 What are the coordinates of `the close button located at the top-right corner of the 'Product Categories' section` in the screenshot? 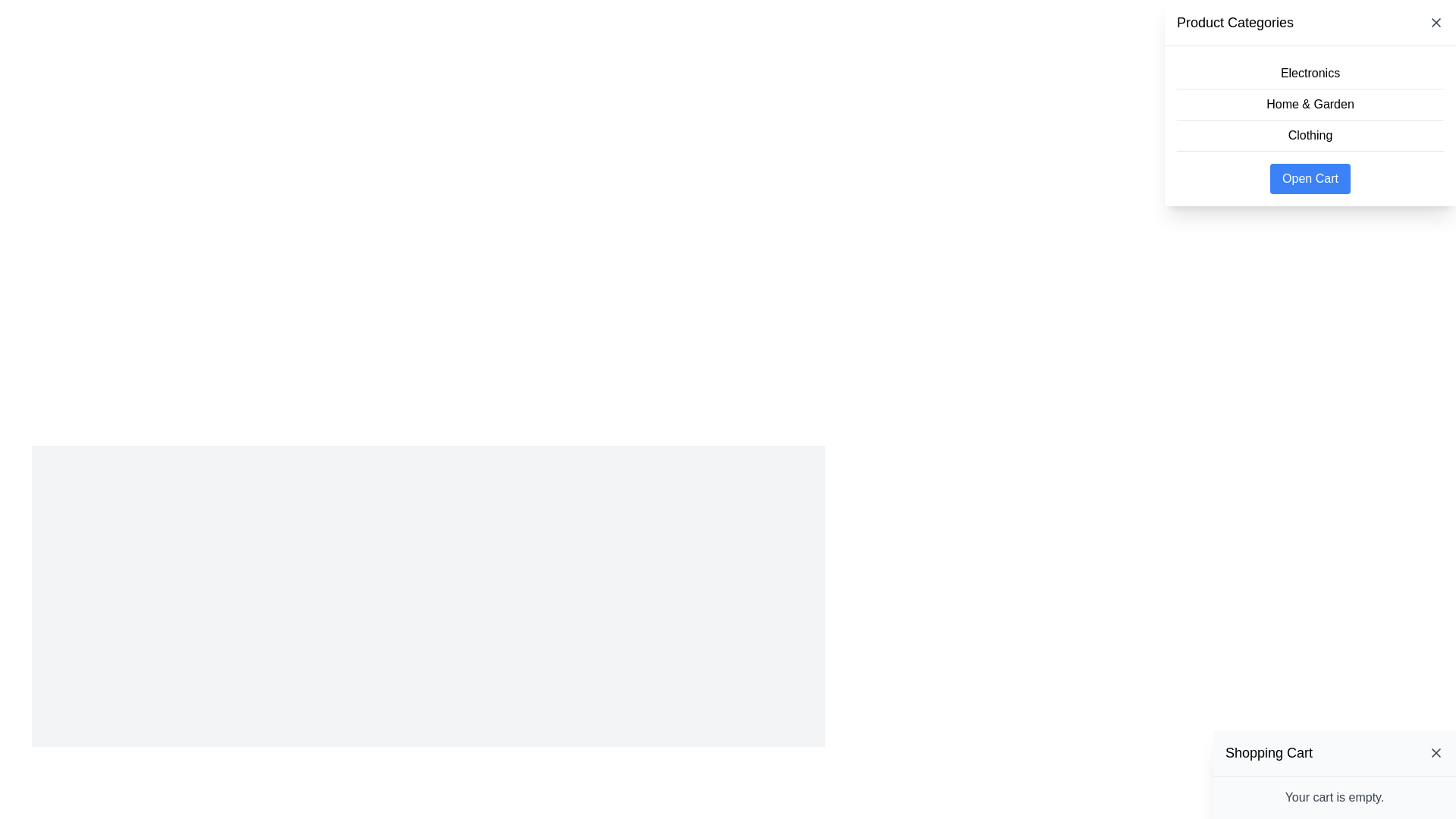 It's located at (1436, 23).